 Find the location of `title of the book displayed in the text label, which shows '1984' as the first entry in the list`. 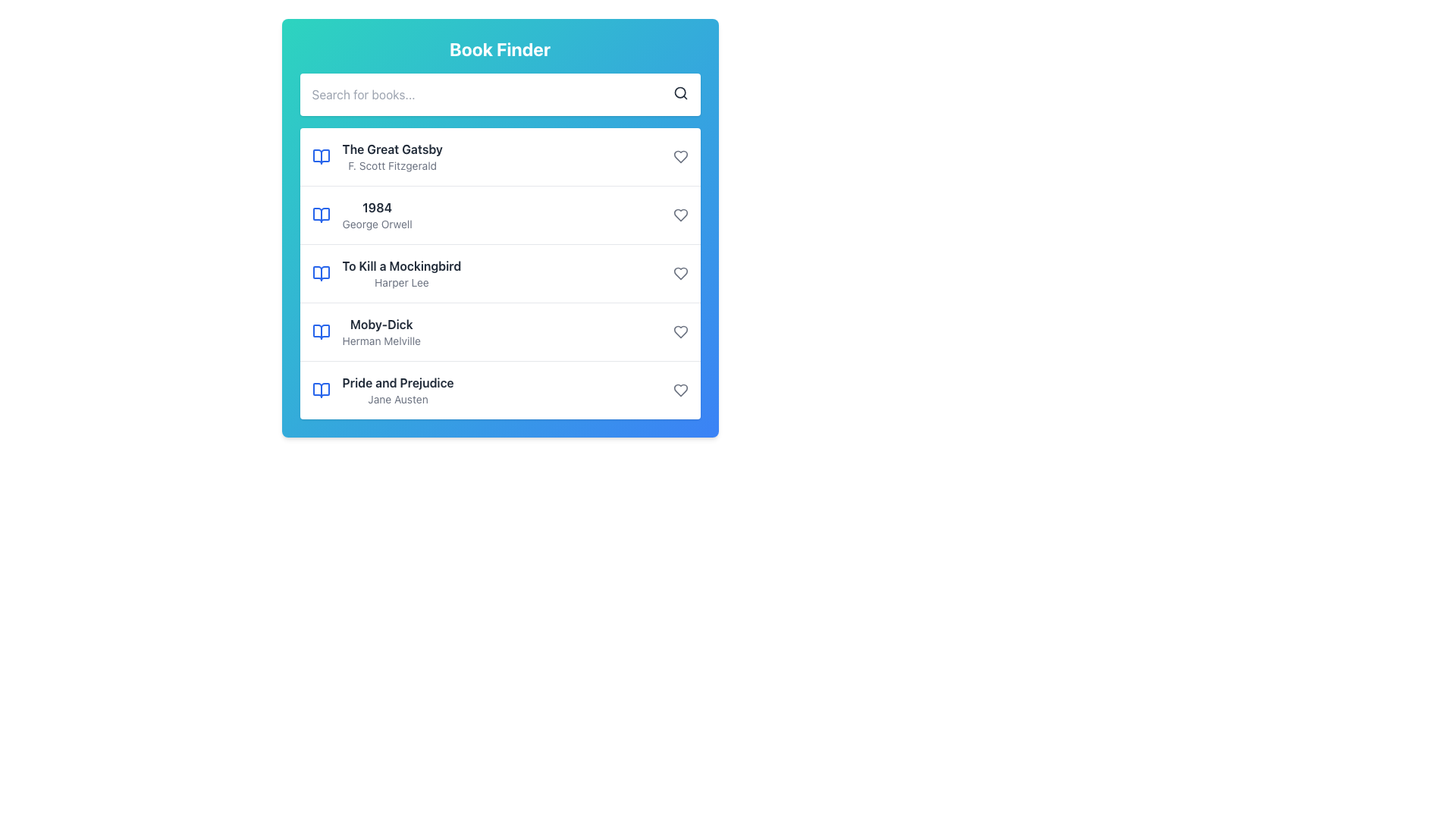

title of the book displayed in the text label, which shows '1984' as the first entry in the list is located at coordinates (377, 207).